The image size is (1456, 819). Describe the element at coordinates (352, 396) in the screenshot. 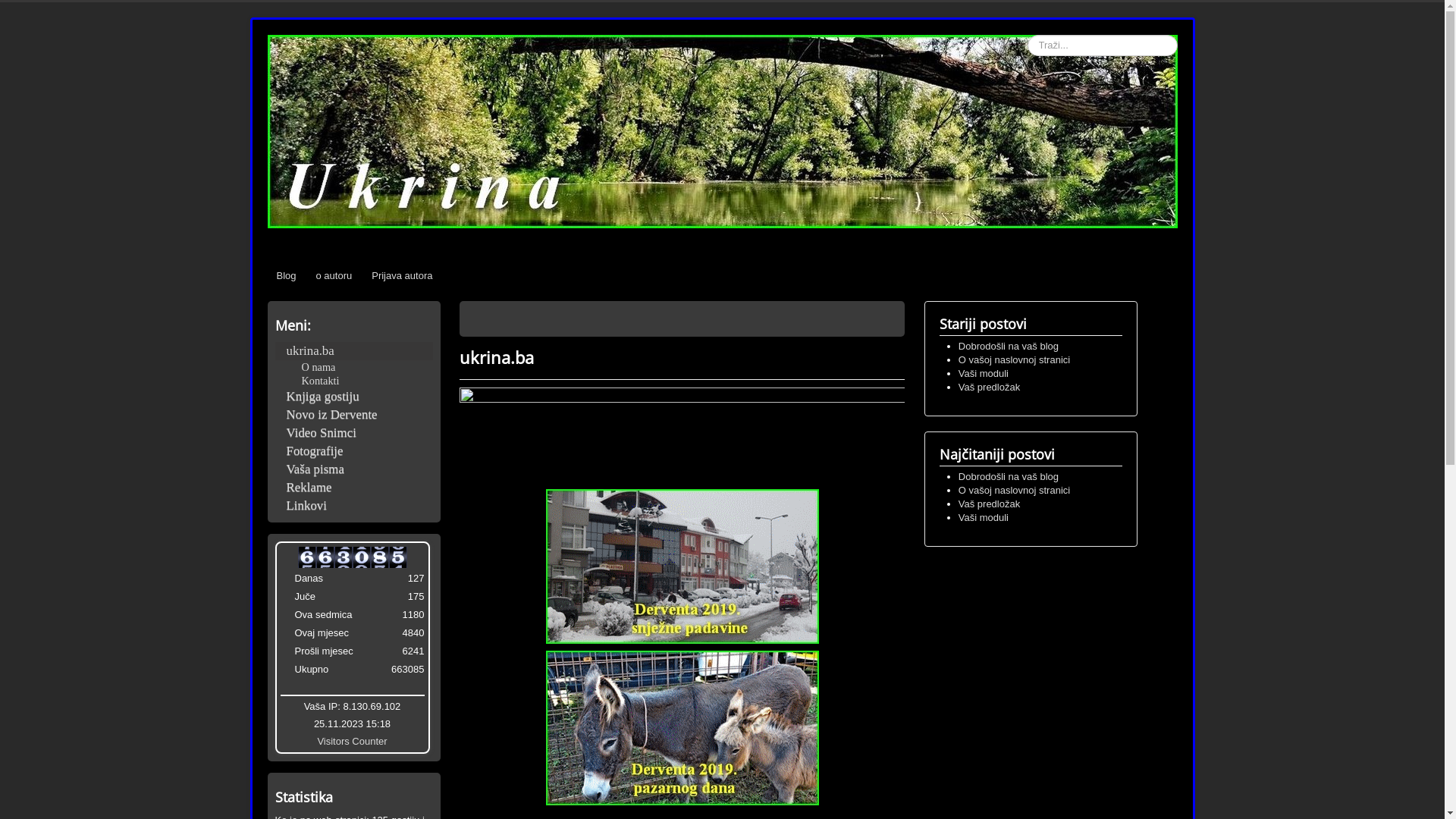

I see `'Knjiga gostiju'` at that location.